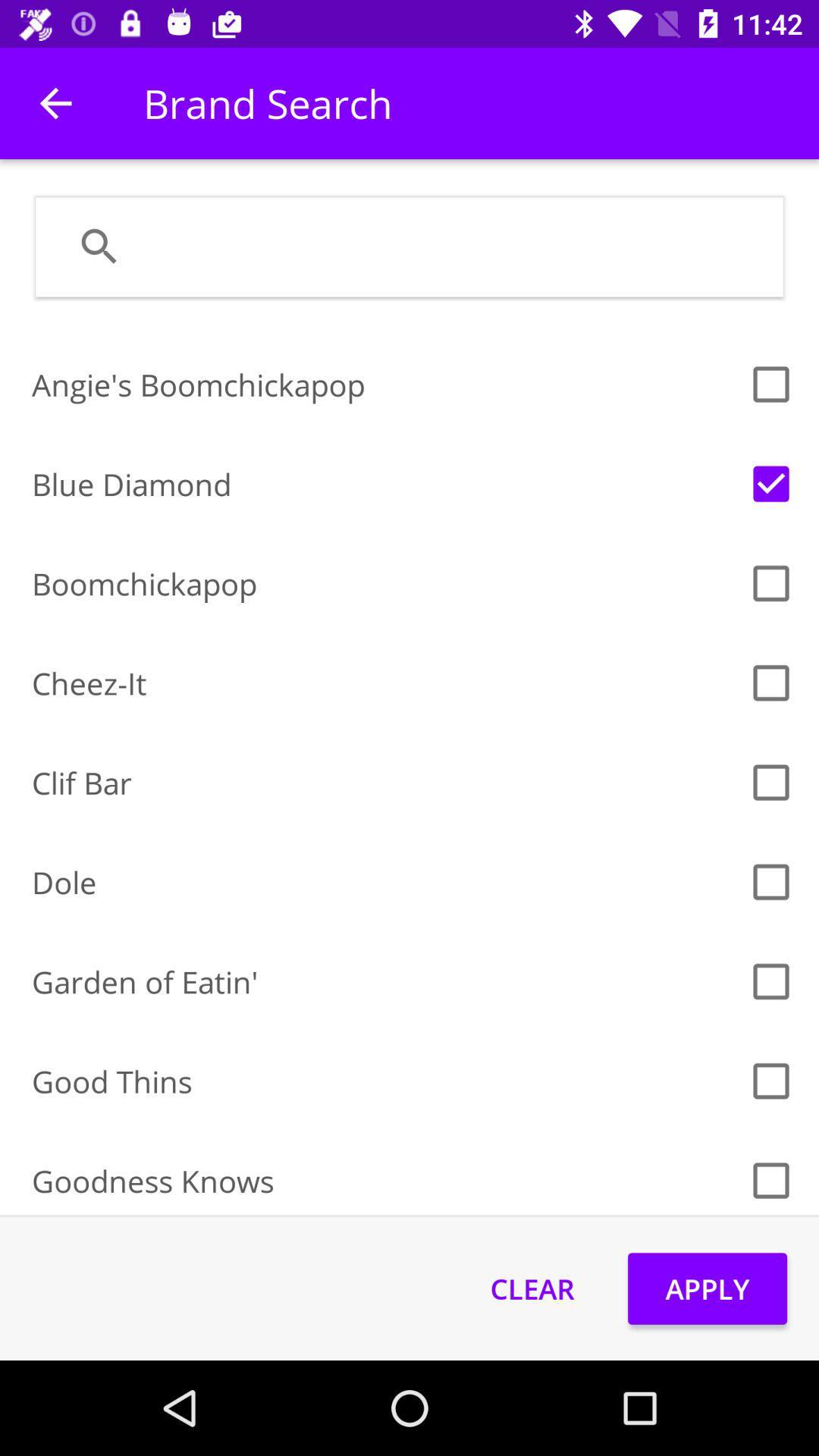  What do you see at coordinates (55, 102) in the screenshot?
I see `the item to the left of the brand search icon` at bounding box center [55, 102].